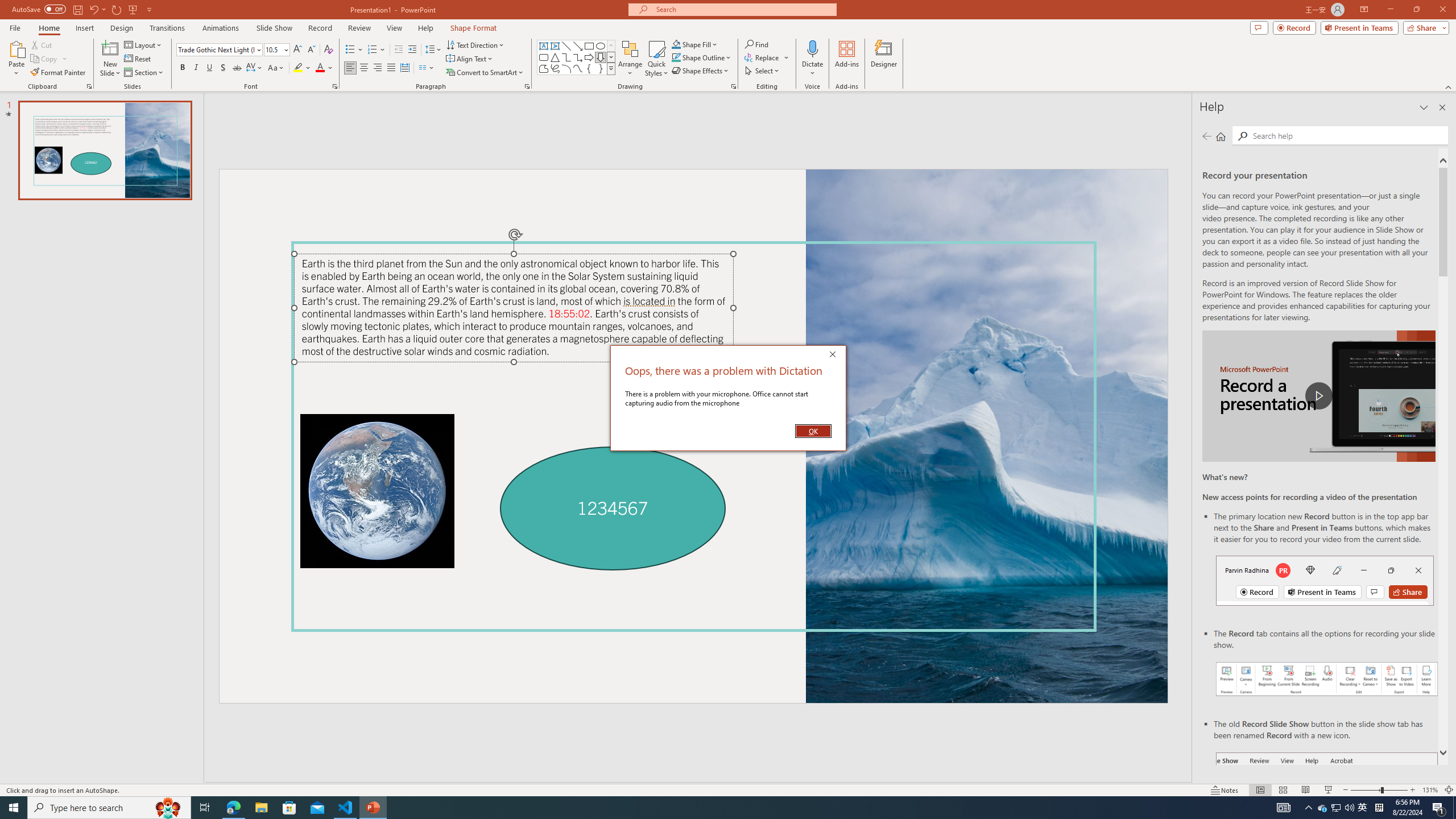 This screenshot has height=819, width=1456. Describe the element at coordinates (1225, 790) in the screenshot. I see `'Notes '` at that location.